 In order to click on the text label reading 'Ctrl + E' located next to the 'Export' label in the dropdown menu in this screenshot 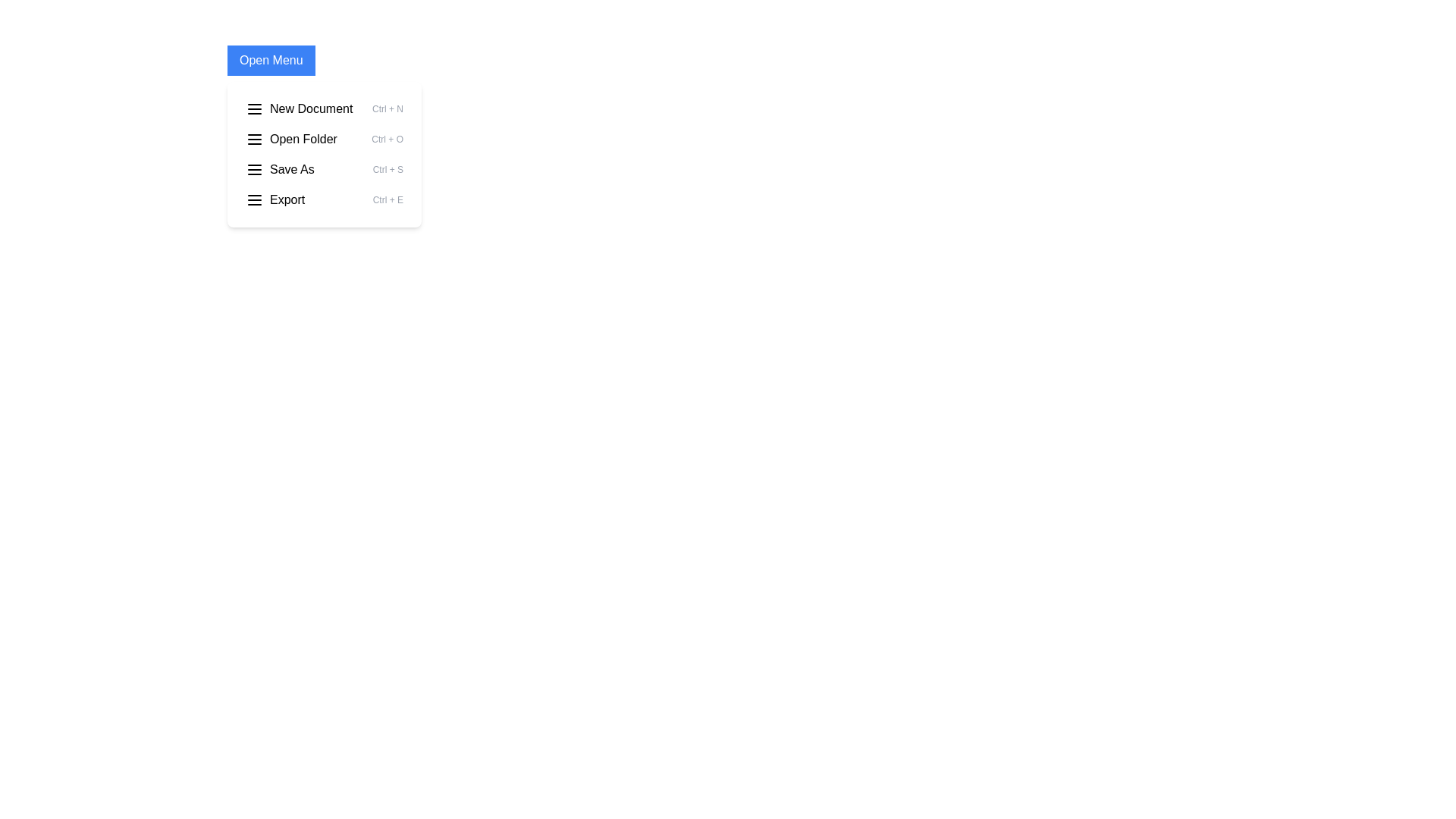, I will do `click(388, 199)`.